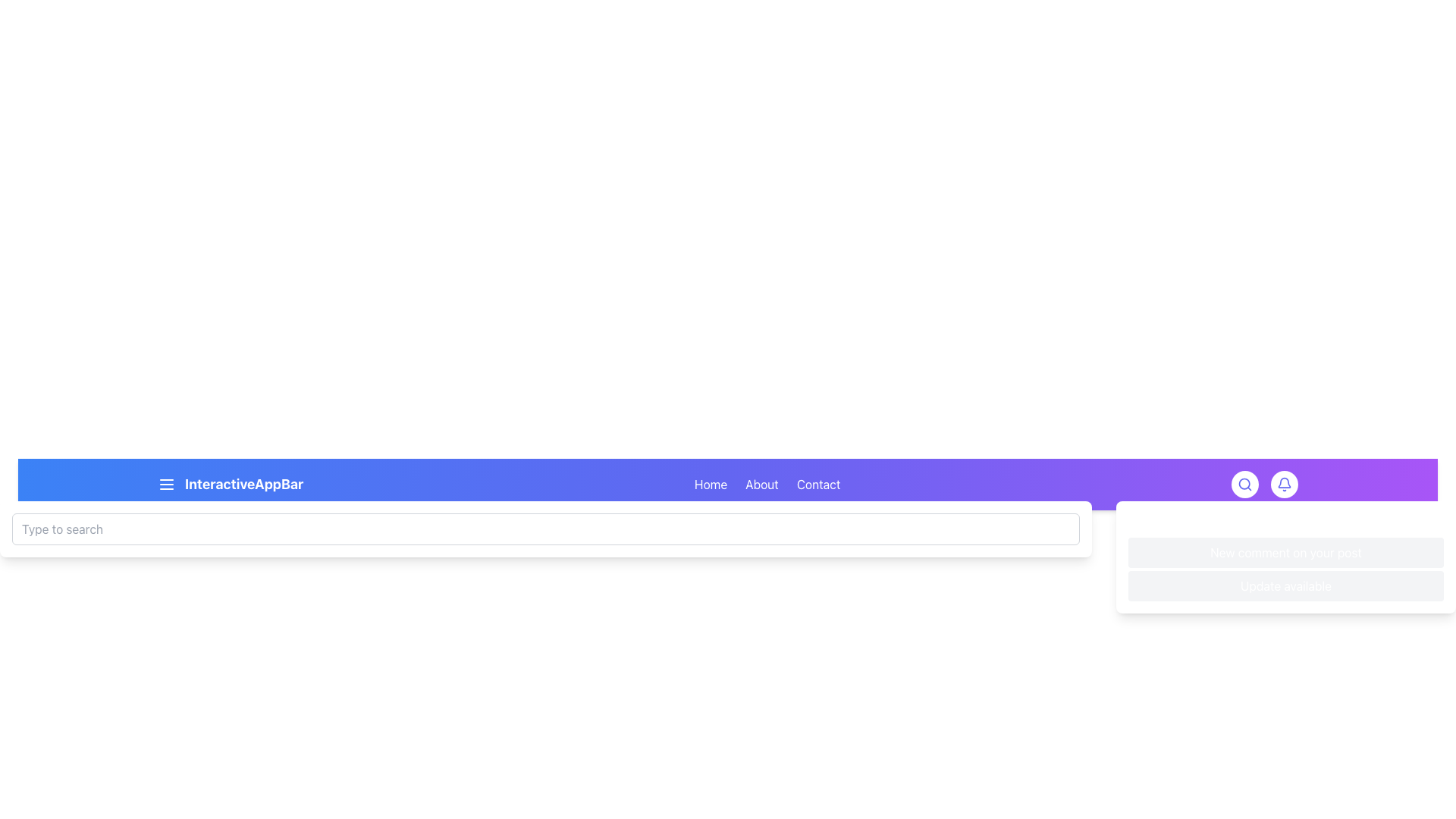 Image resolution: width=1456 pixels, height=819 pixels. What do you see at coordinates (244, 485) in the screenshot?
I see `the Text Label that serves as a title or identifier for the application, located in the top navigation bar, directly right of the hamburger menu icon` at bounding box center [244, 485].